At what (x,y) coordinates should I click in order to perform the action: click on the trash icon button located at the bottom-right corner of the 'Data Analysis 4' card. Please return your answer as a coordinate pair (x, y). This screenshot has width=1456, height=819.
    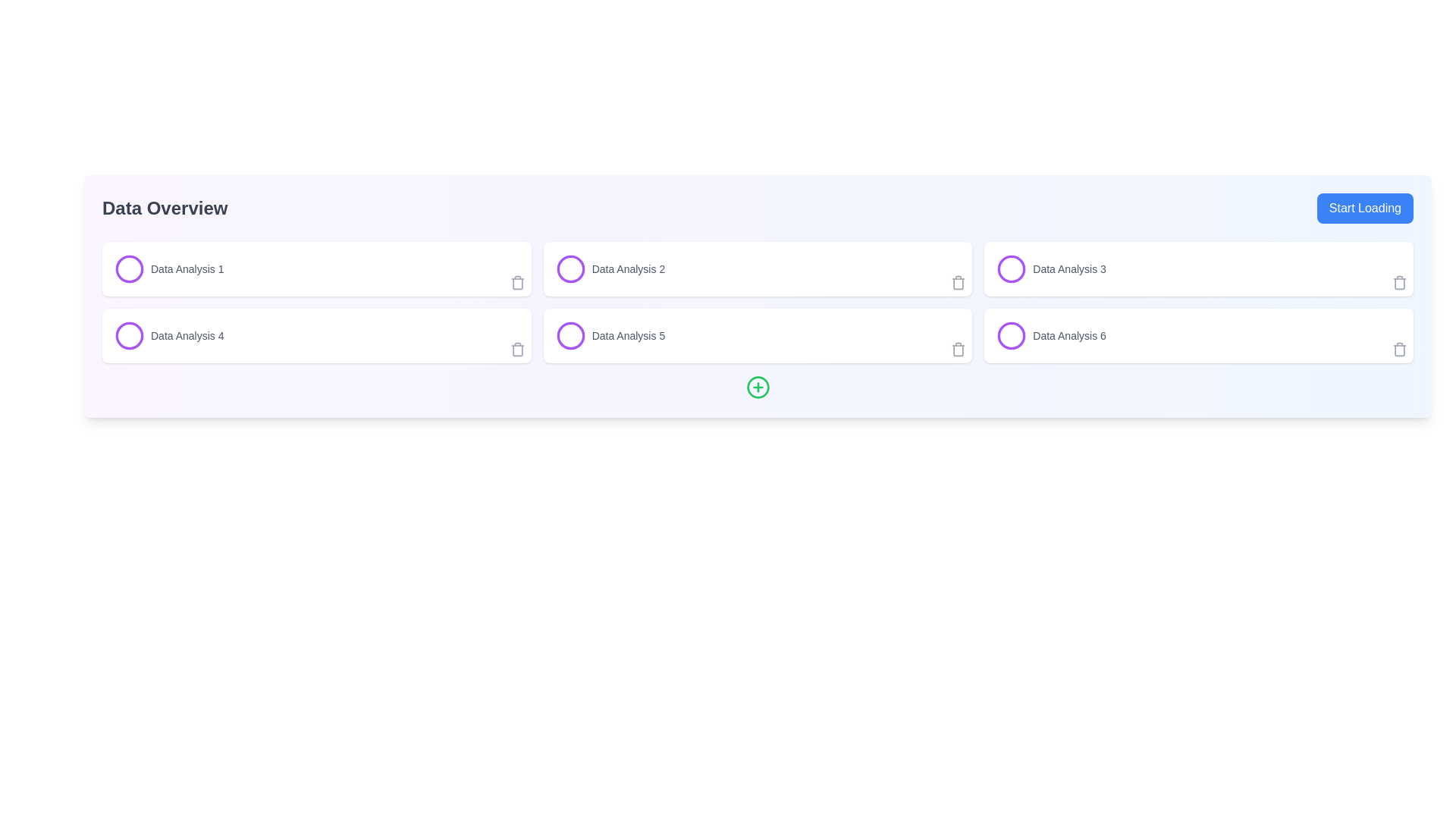
    Looking at the image, I should click on (517, 350).